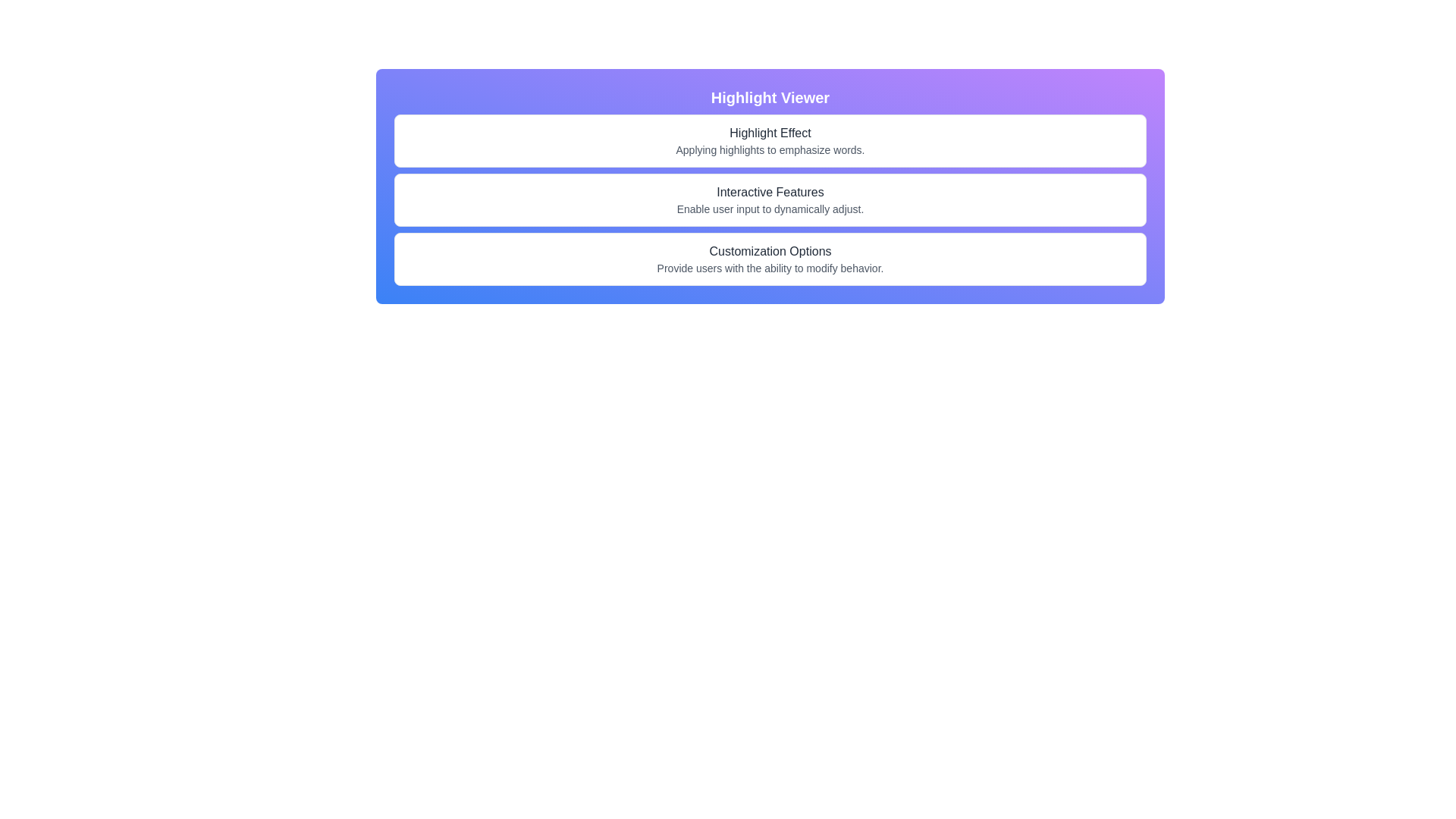 Image resolution: width=1456 pixels, height=819 pixels. Describe the element at coordinates (786, 191) in the screenshot. I see `the last 'e' in the text 'Features' of the 'Interactive Features' string, which is styled with an underline on hover` at that location.